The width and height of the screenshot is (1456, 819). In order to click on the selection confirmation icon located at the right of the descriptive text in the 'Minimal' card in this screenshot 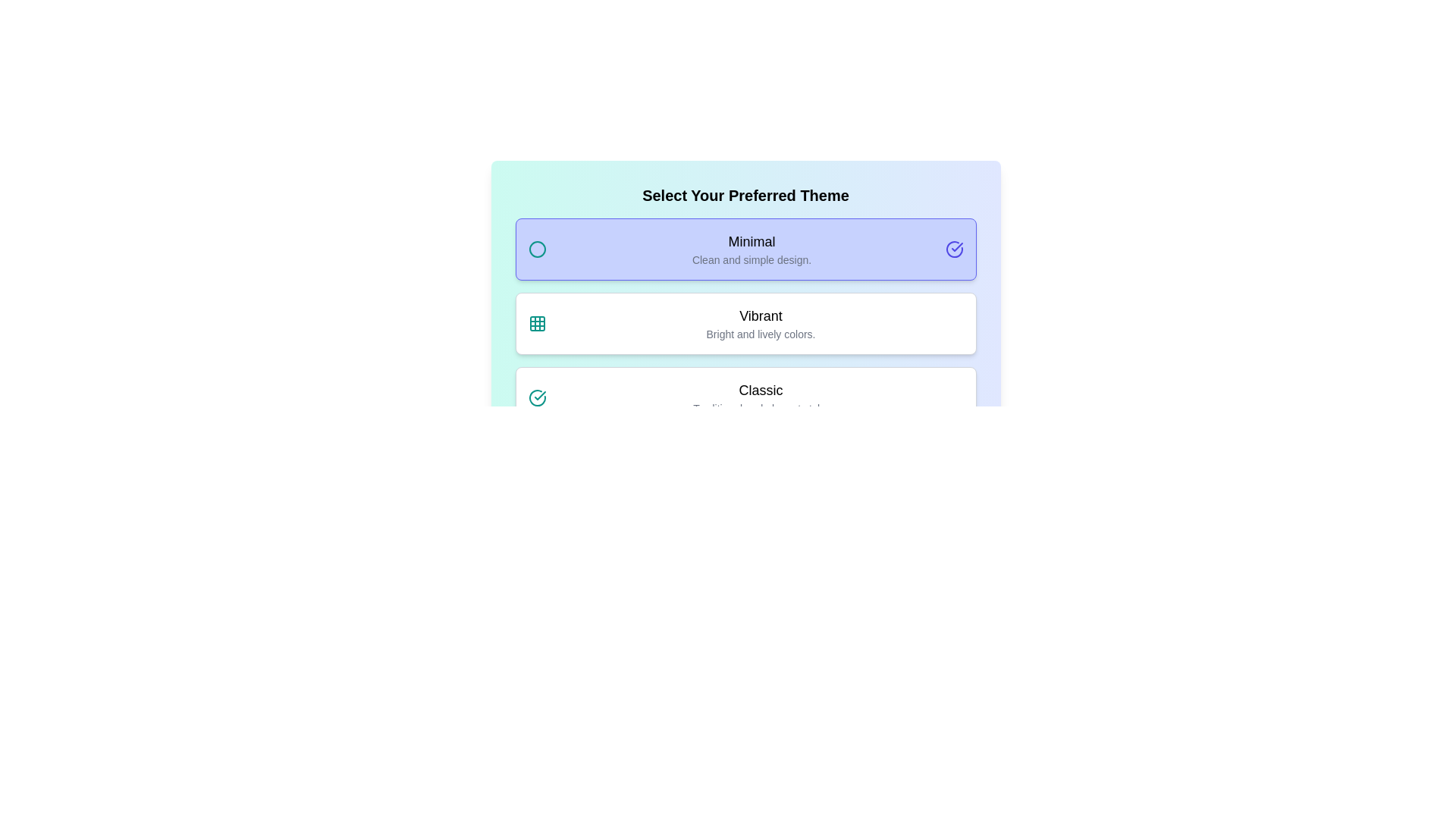, I will do `click(953, 248)`.